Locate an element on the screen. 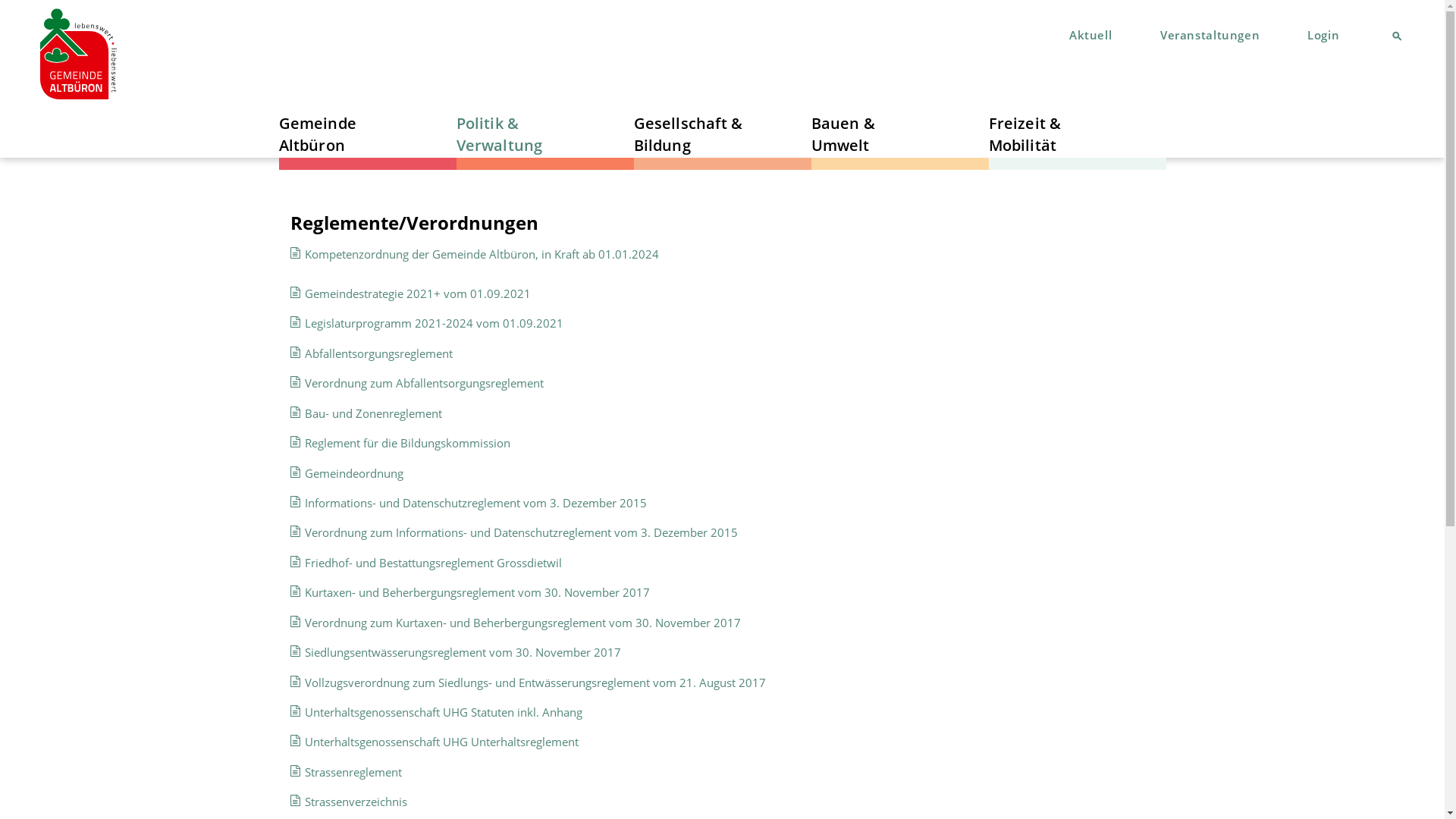 This screenshot has width=1456, height=819. 'Gemeindestrategie 2021+ vom 01.09.2021' is located at coordinates (418, 293).